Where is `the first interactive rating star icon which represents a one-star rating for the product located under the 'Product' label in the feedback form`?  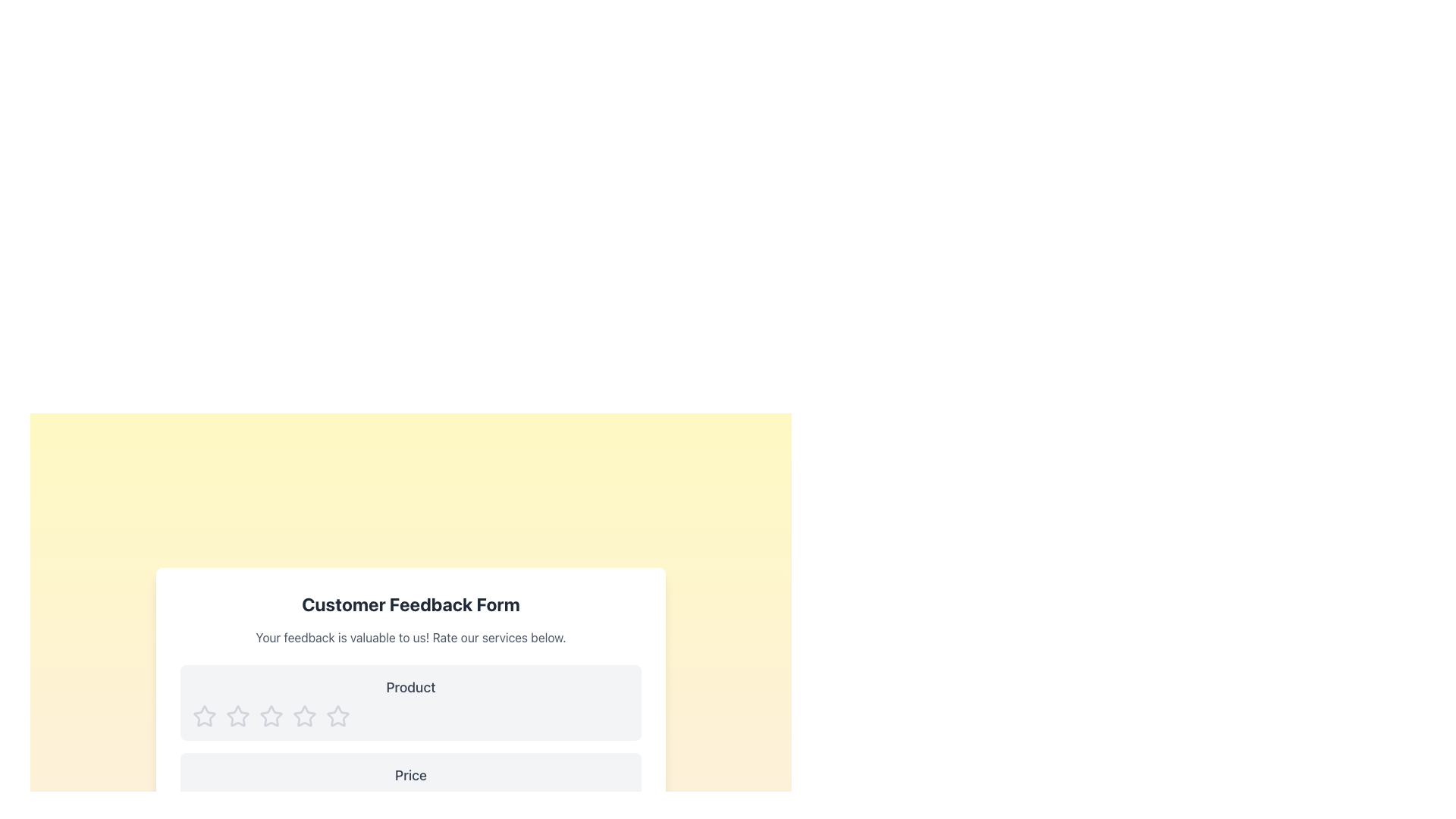
the first interactive rating star icon which represents a one-star rating for the product located under the 'Product' label in the feedback form is located at coordinates (203, 716).